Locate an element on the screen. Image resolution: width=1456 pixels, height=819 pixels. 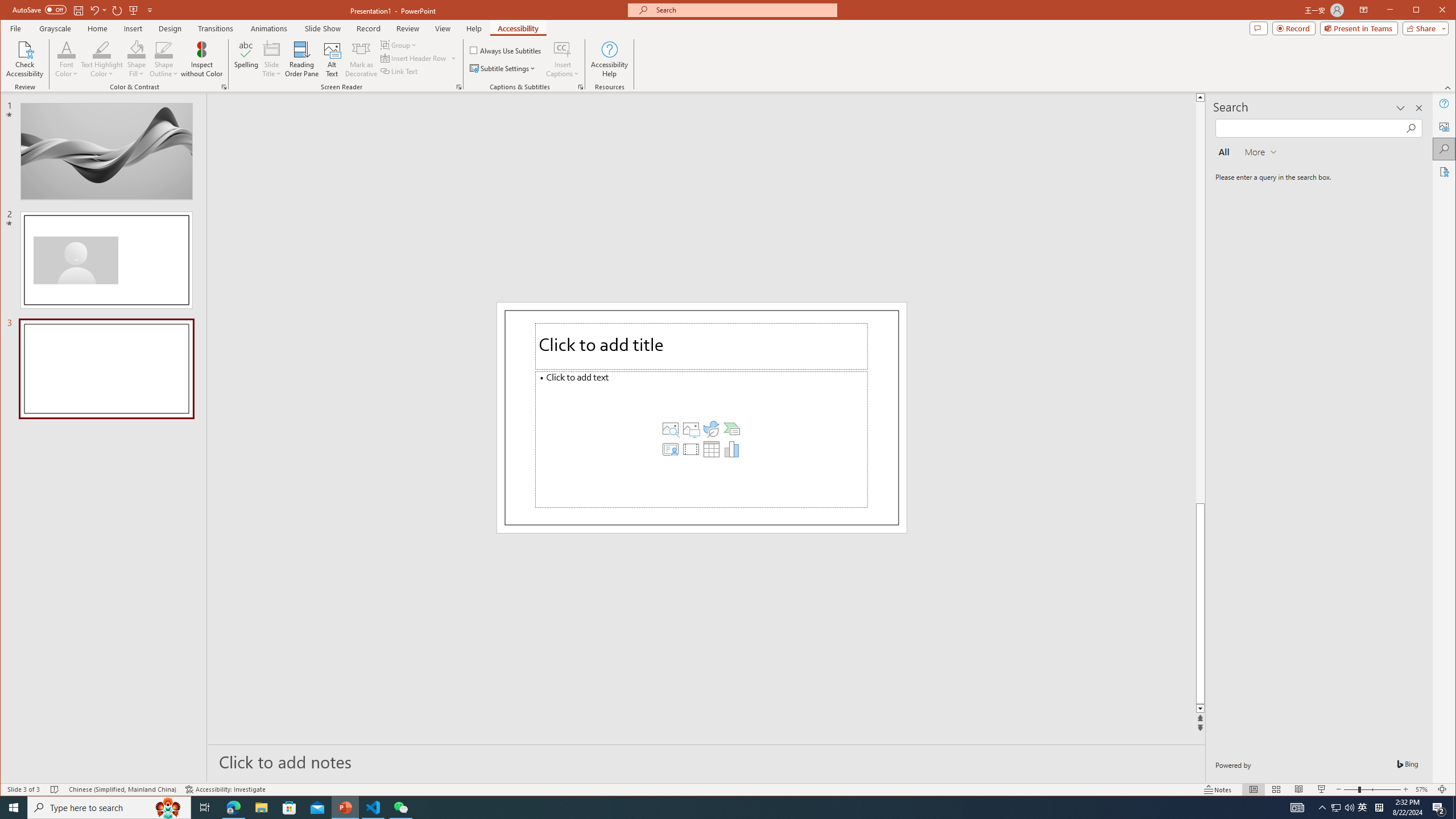
'Task View' is located at coordinates (204, 806).